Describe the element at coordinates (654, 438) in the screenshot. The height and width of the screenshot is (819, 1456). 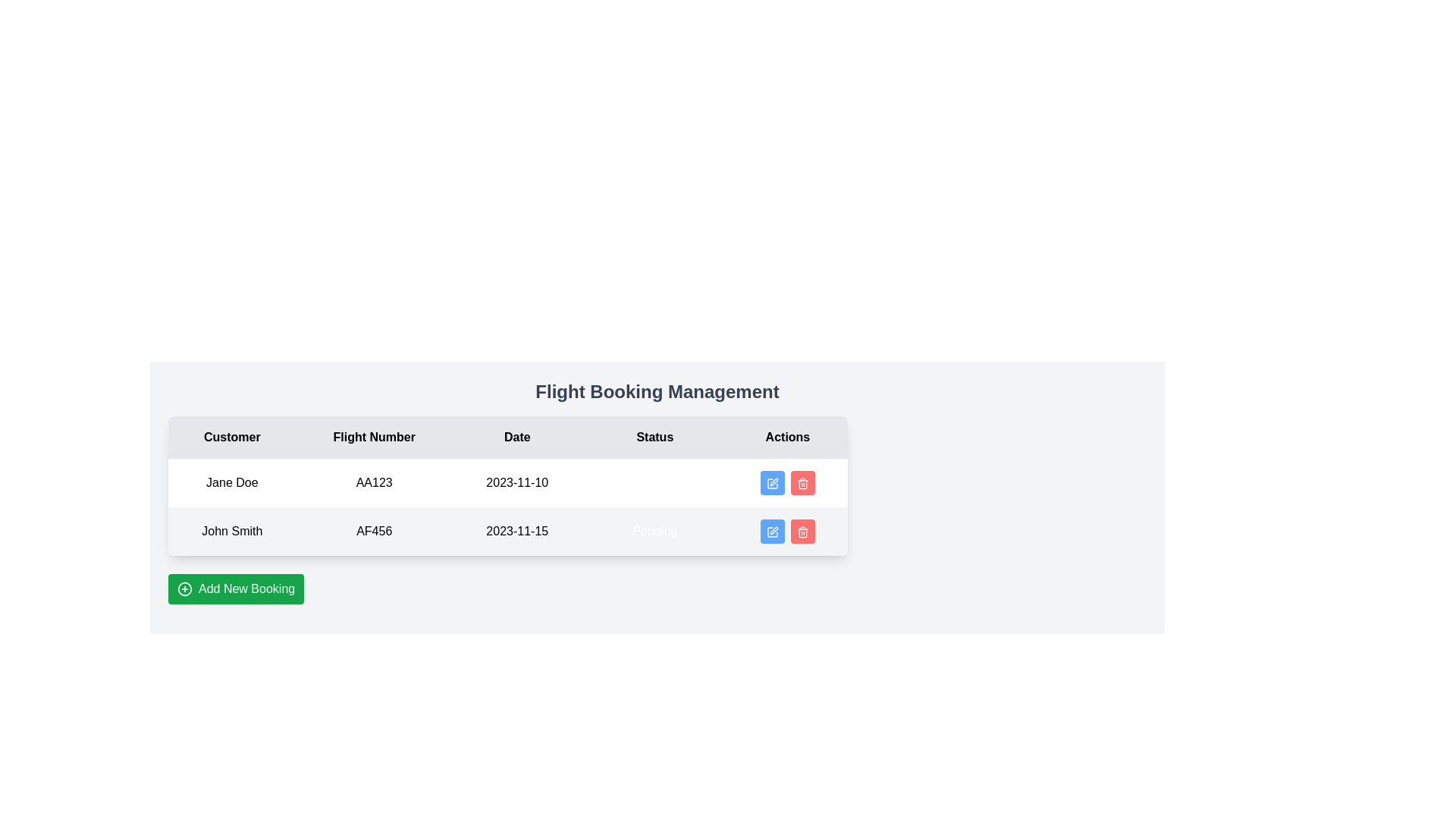
I see `the 'Status' column header in the table, which is the fourth header located between the 'Date' and 'Actions' headers` at that location.